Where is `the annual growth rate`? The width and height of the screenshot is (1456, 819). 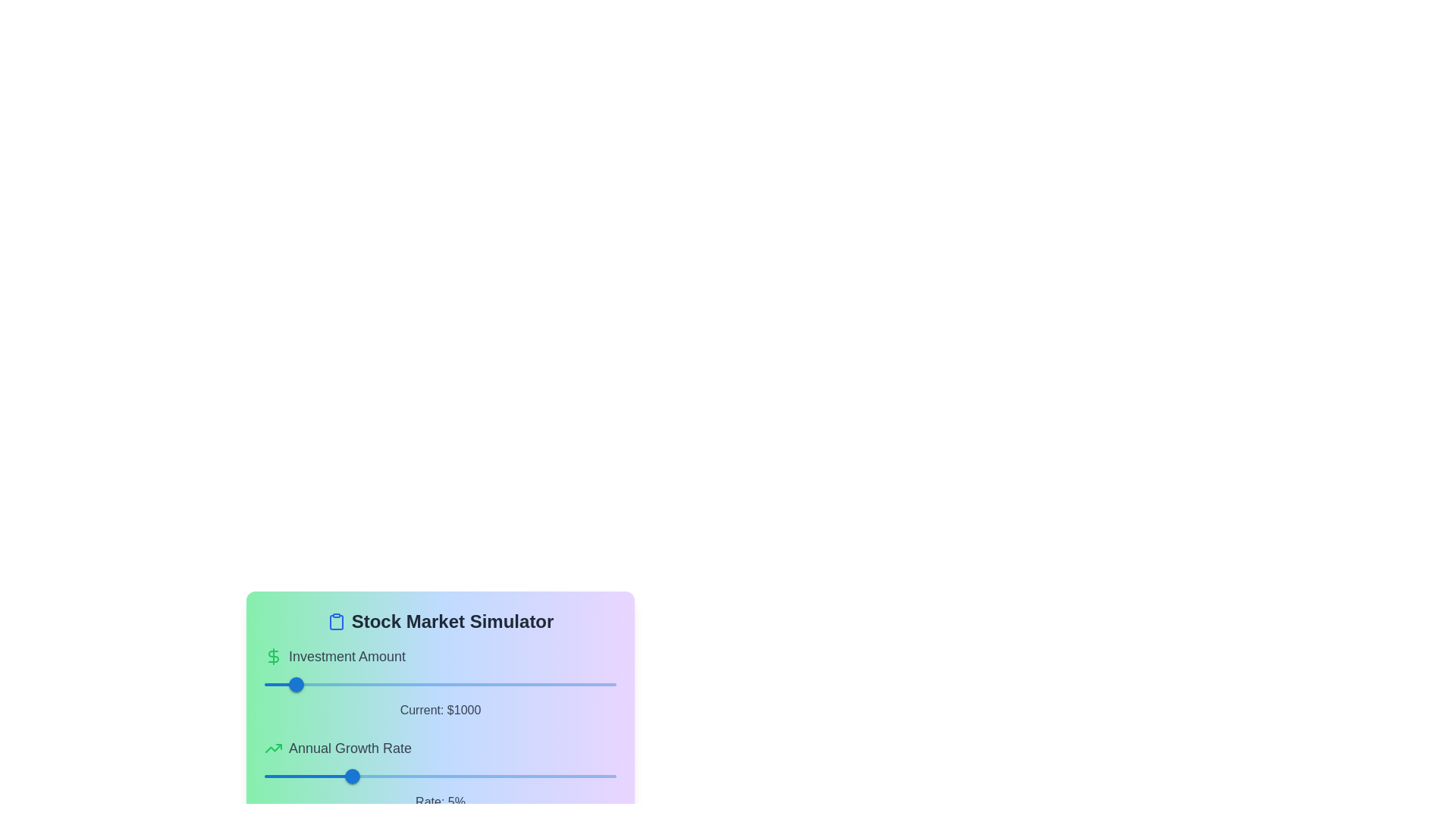
the annual growth rate is located at coordinates (475, 776).